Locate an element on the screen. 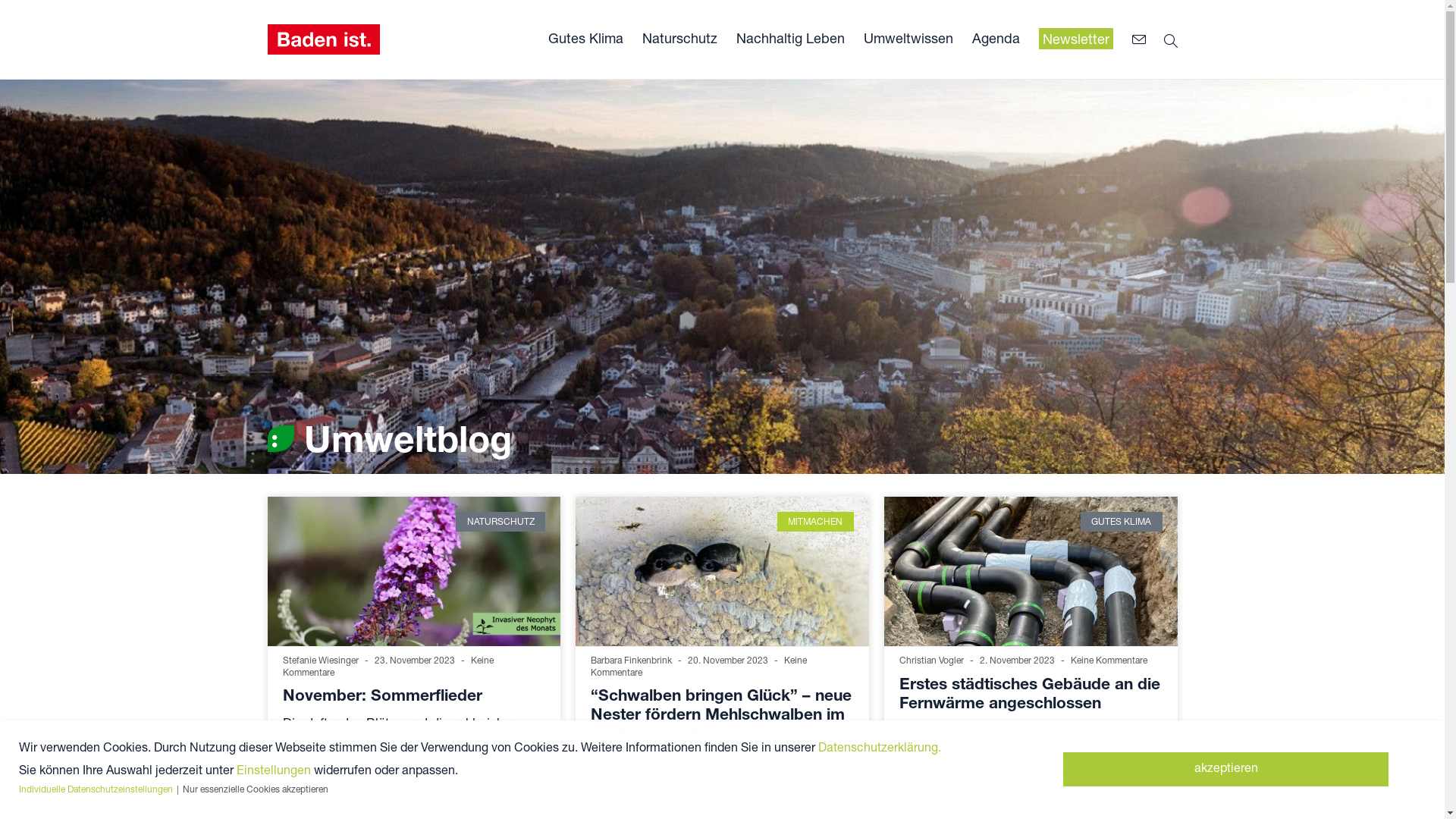  'Nur essenzielle Cookies akzeptieren' is located at coordinates (255, 788).